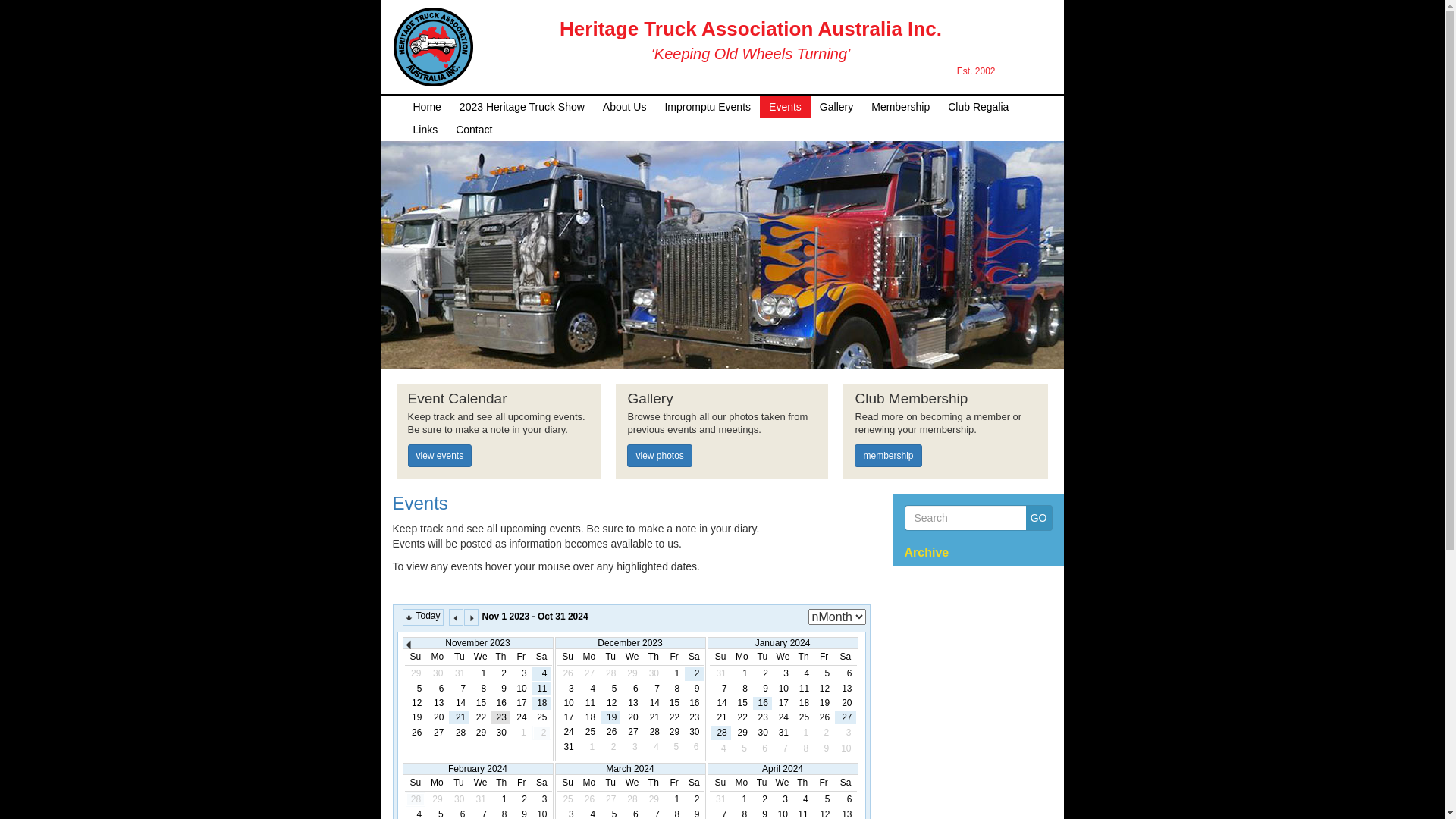  Describe the element at coordinates (411, 646) in the screenshot. I see `'Prev'` at that location.